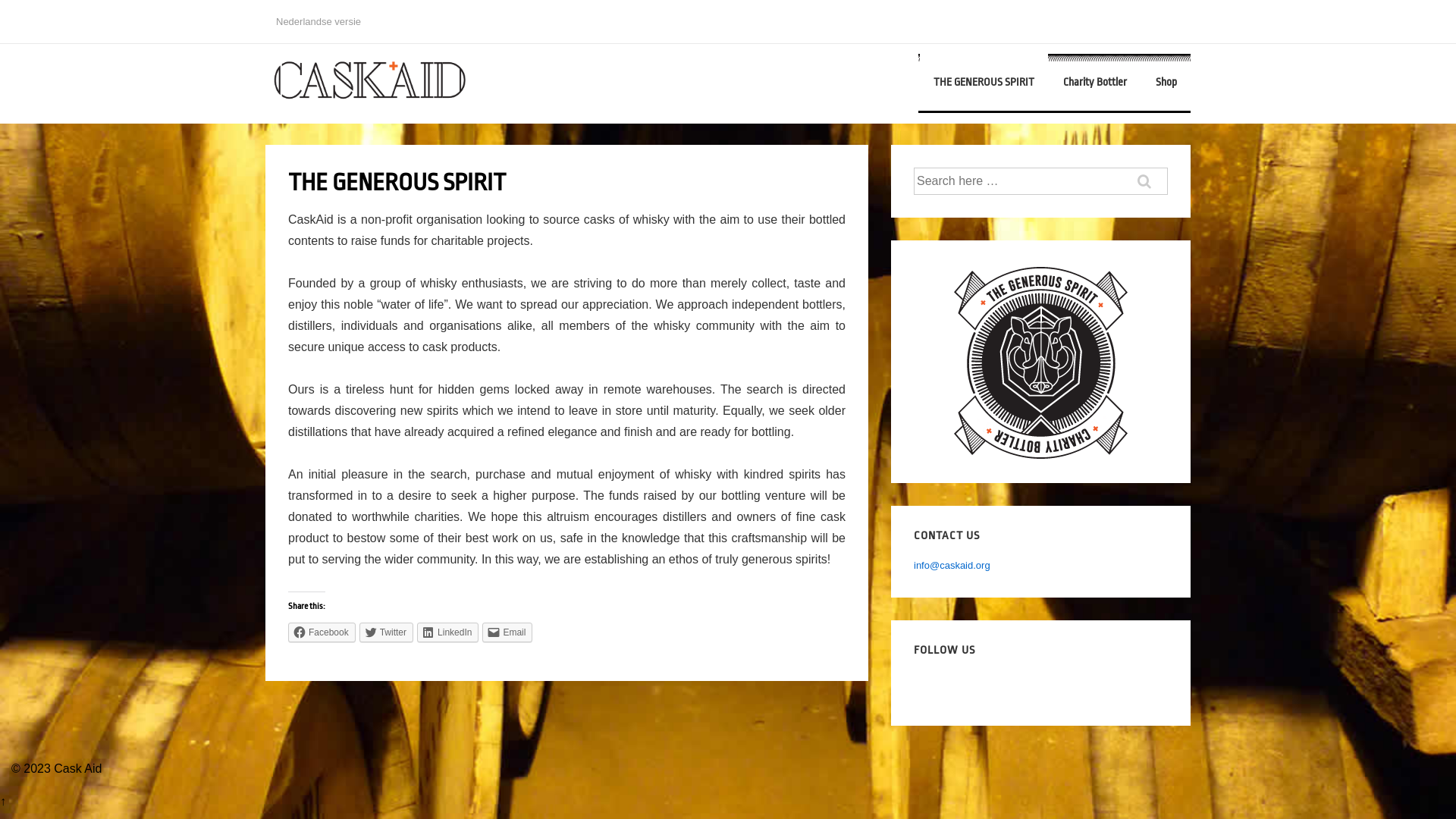  What do you see at coordinates (1165, 82) in the screenshot?
I see `'Shop'` at bounding box center [1165, 82].